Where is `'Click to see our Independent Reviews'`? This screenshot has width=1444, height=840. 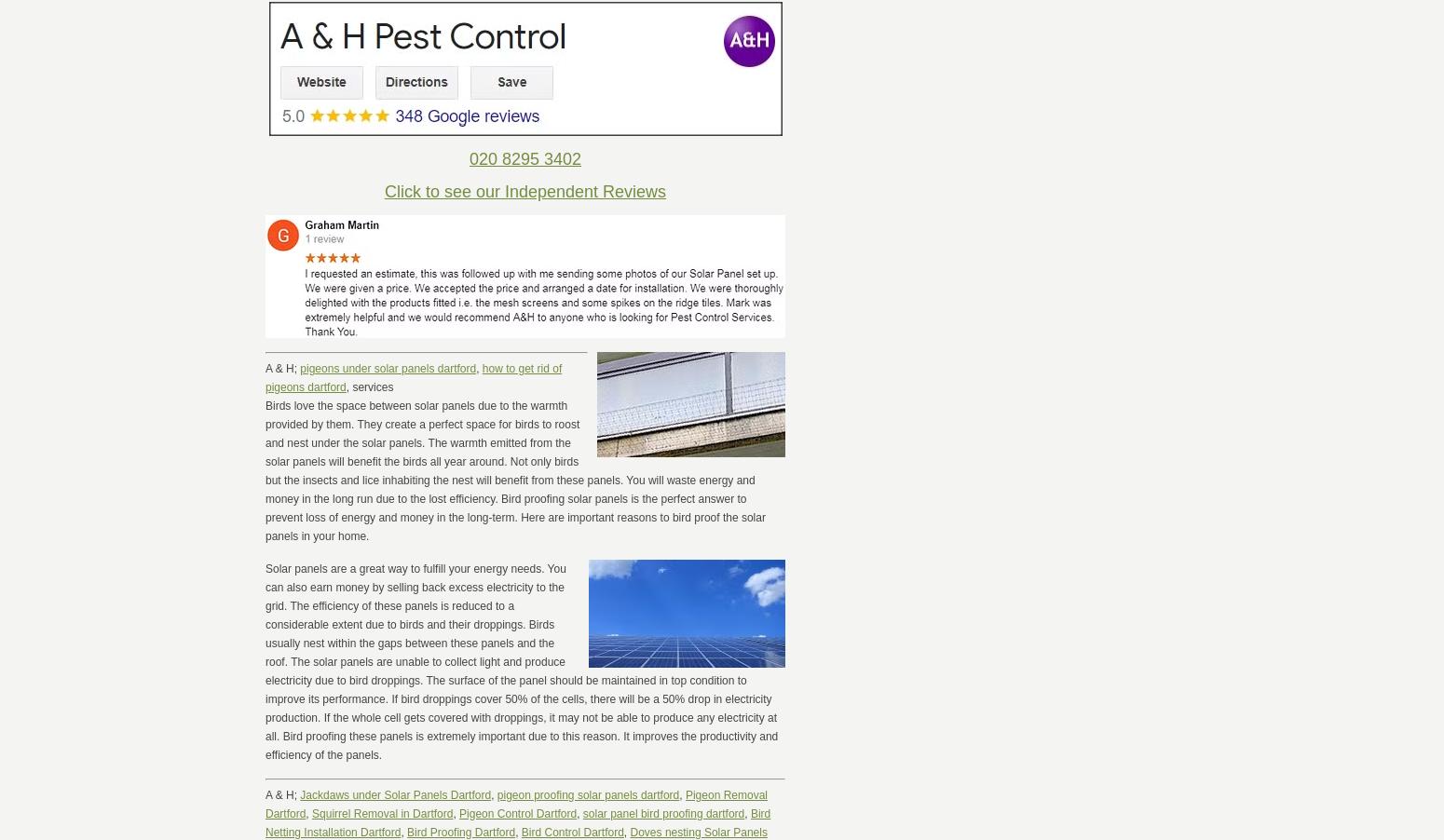 'Click to see our Independent Reviews' is located at coordinates (524, 190).